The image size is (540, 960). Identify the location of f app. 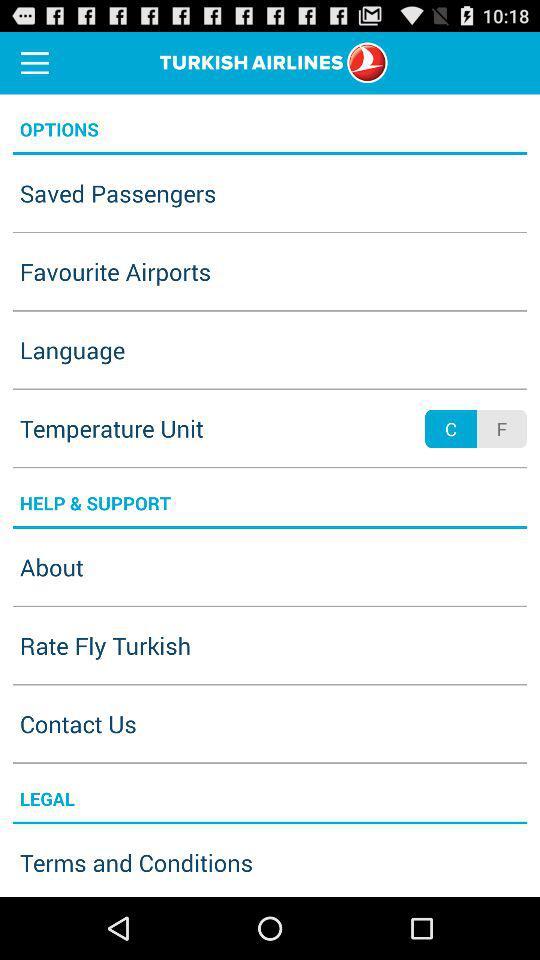
(500, 429).